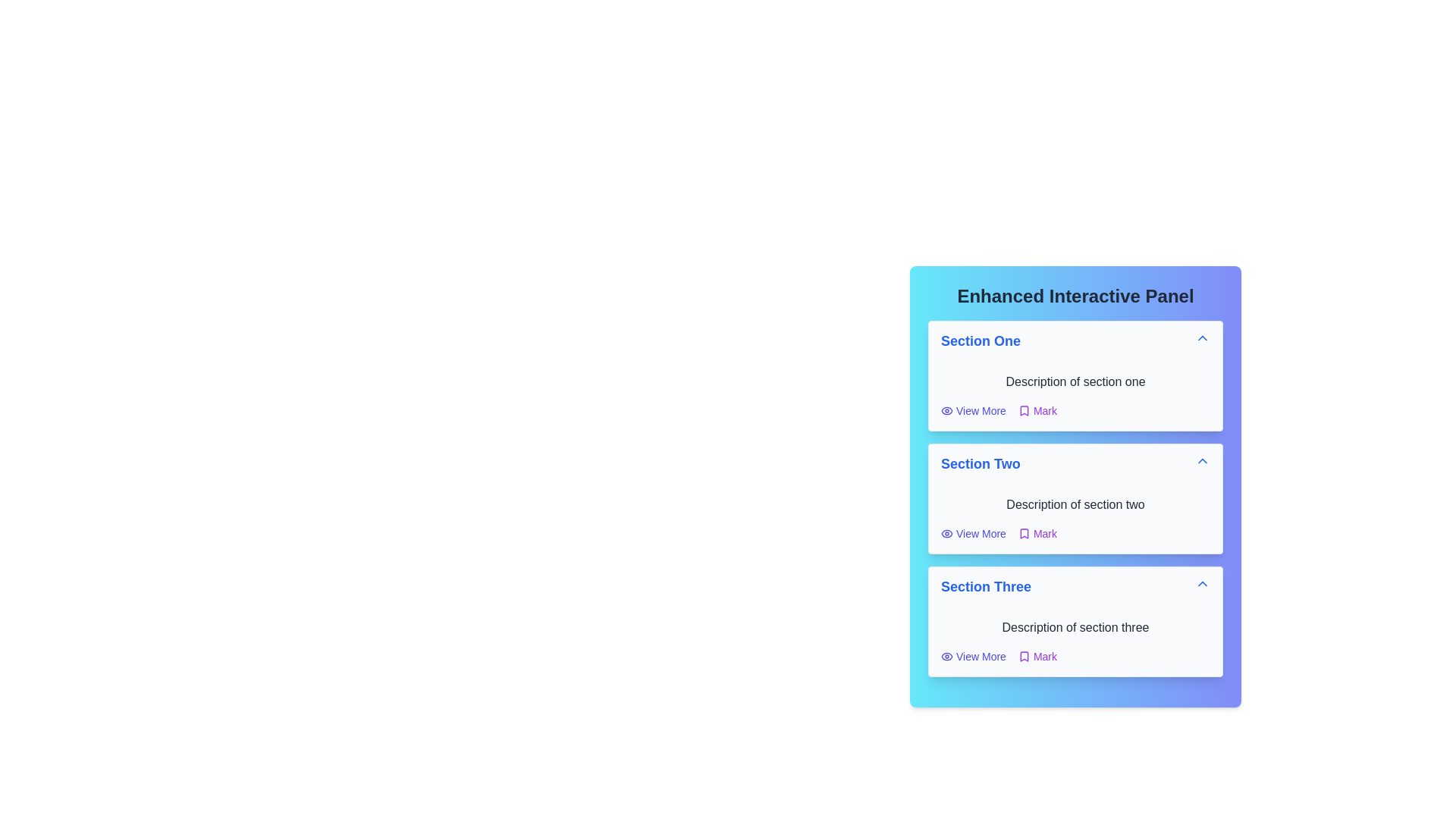  I want to click on the purple bookmark icon located to the left of the 'Mark' text label to mark this section, so click(1024, 533).